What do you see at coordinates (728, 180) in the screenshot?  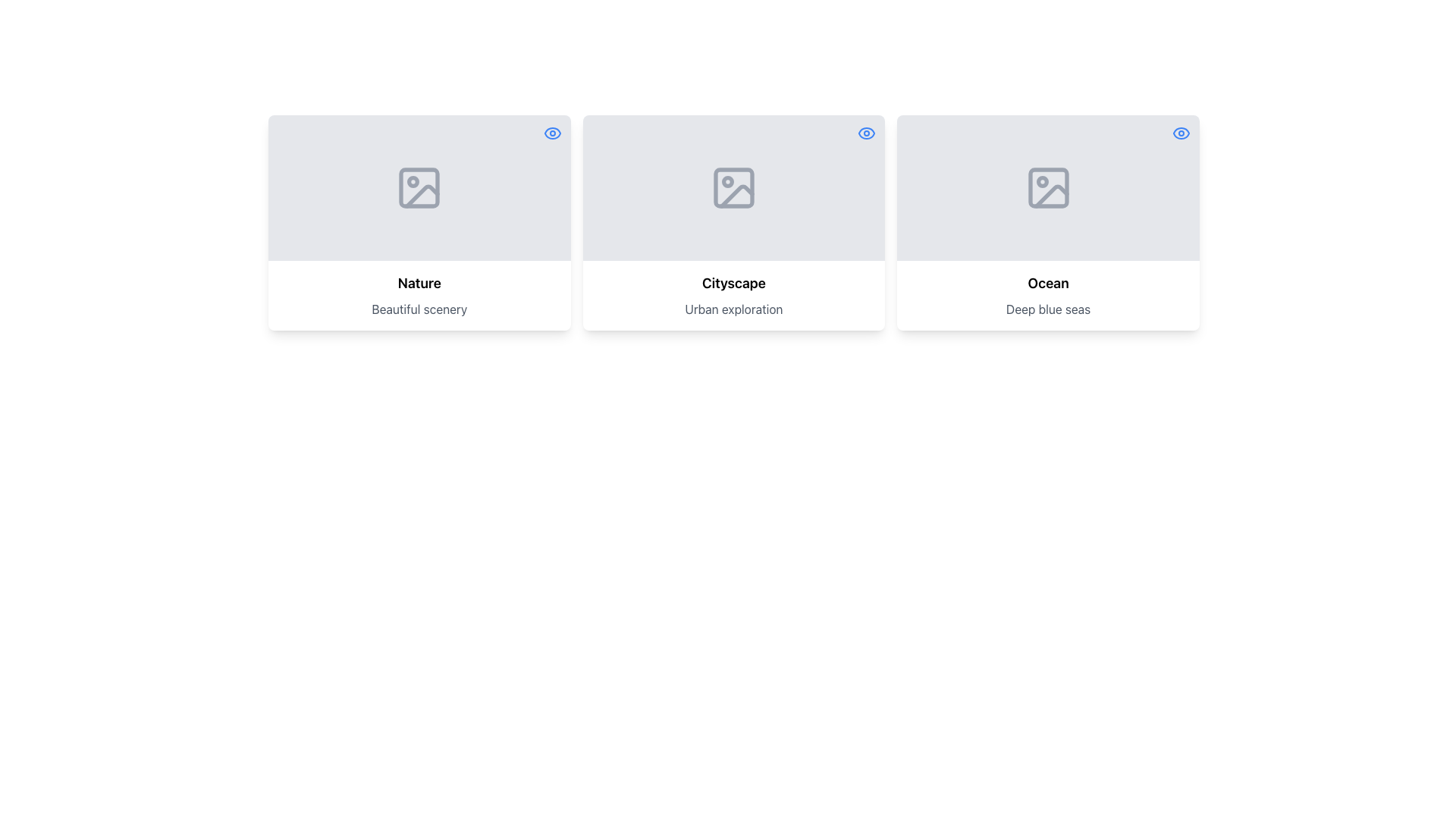 I see `the small circular shape within the gray-toned icon of the 'Cityscape' card, located near its top-left corner` at bounding box center [728, 180].